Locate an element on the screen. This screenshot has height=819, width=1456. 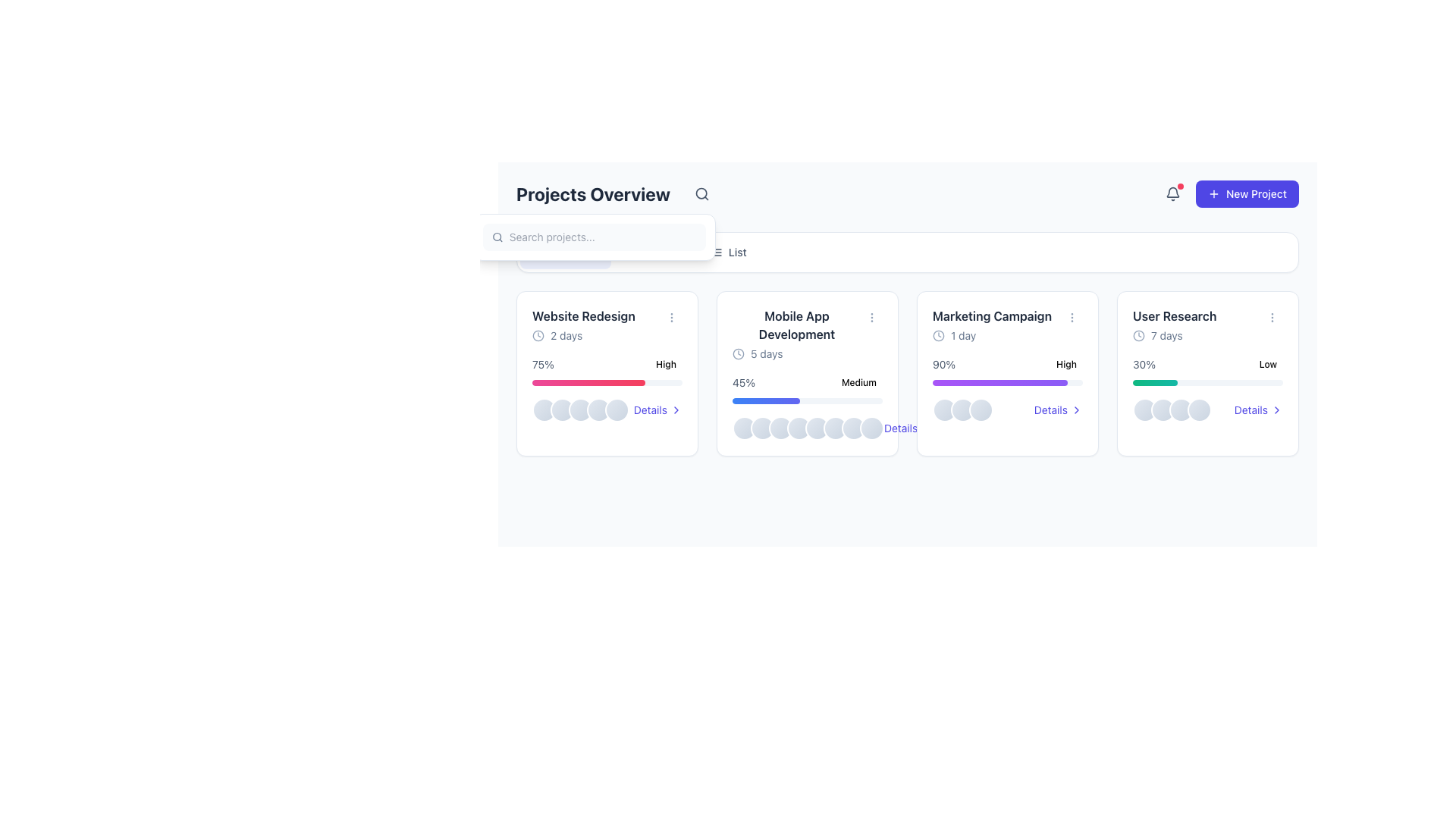
the progress status of the 'High' priority task in the Marketing Campaign section, which shows 90% completion is located at coordinates (1008, 371).